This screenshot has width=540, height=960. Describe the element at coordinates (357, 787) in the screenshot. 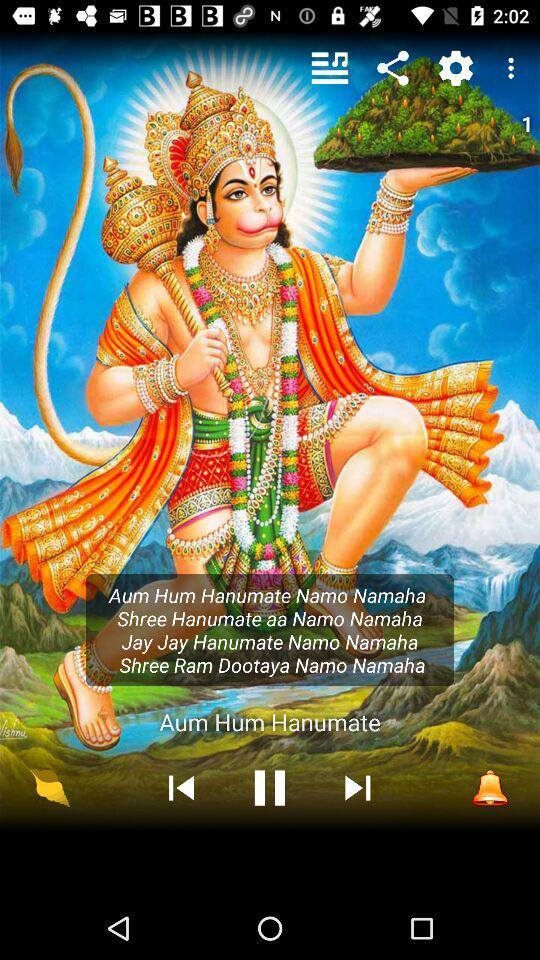

I see `the play button beside the bell icon` at that location.